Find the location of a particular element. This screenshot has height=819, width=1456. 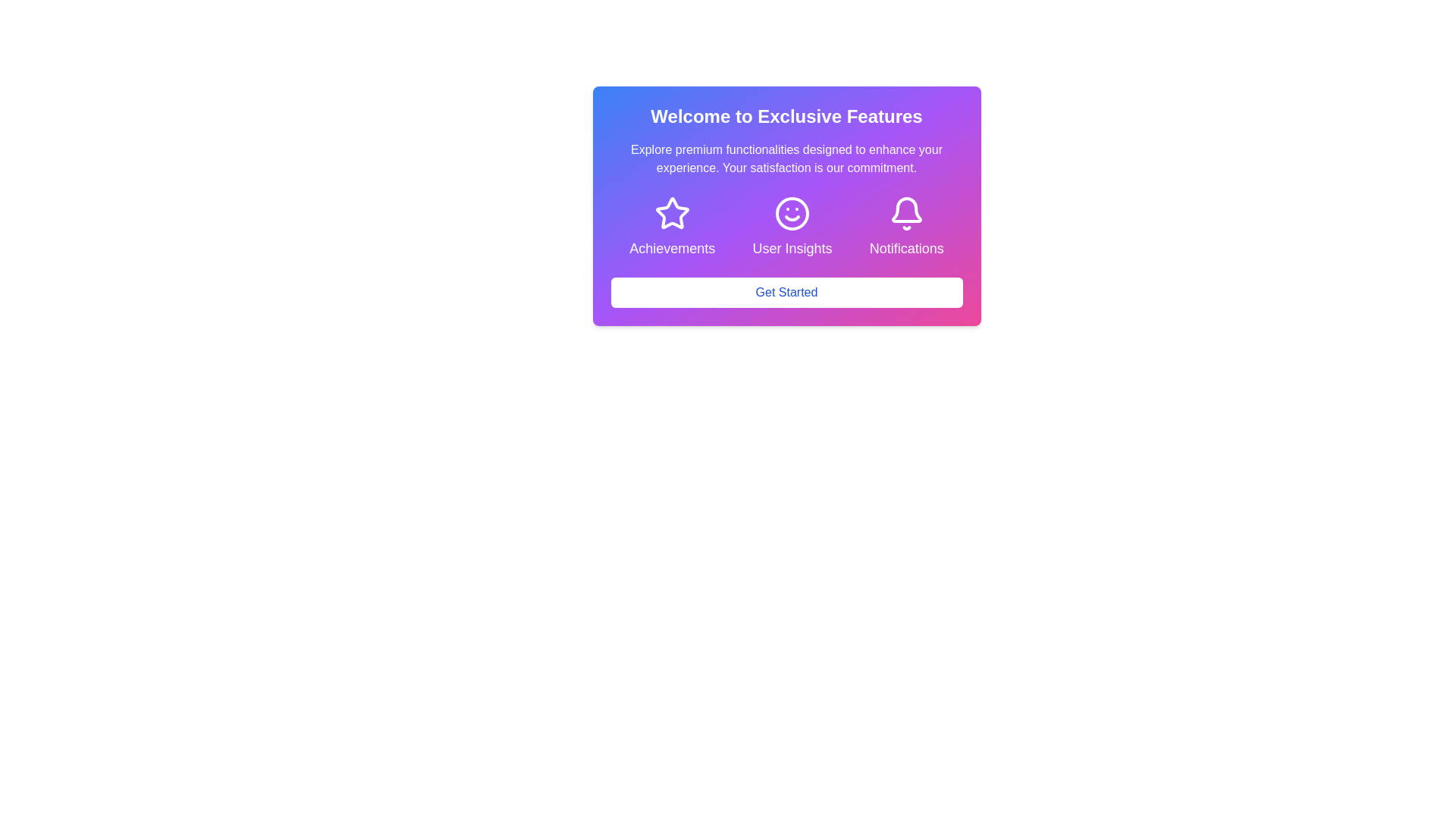

the star-shaped purple icon with a white outline located in the 'Achievements' section of the interface is located at coordinates (671, 213).